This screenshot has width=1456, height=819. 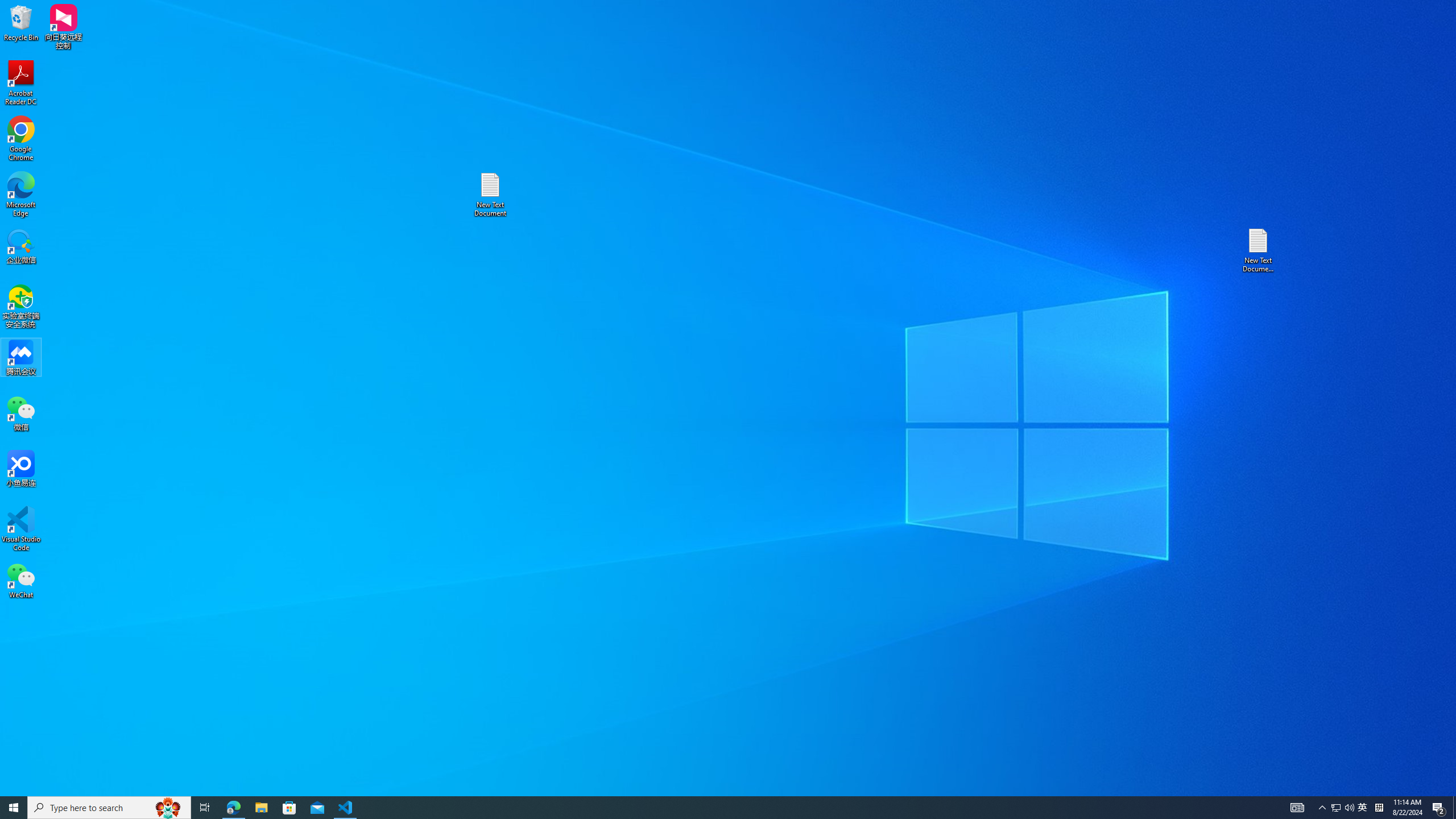 What do you see at coordinates (20, 82) in the screenshot?
I see `'Acrobat Reader DC'` at bounding box center [20, 82].